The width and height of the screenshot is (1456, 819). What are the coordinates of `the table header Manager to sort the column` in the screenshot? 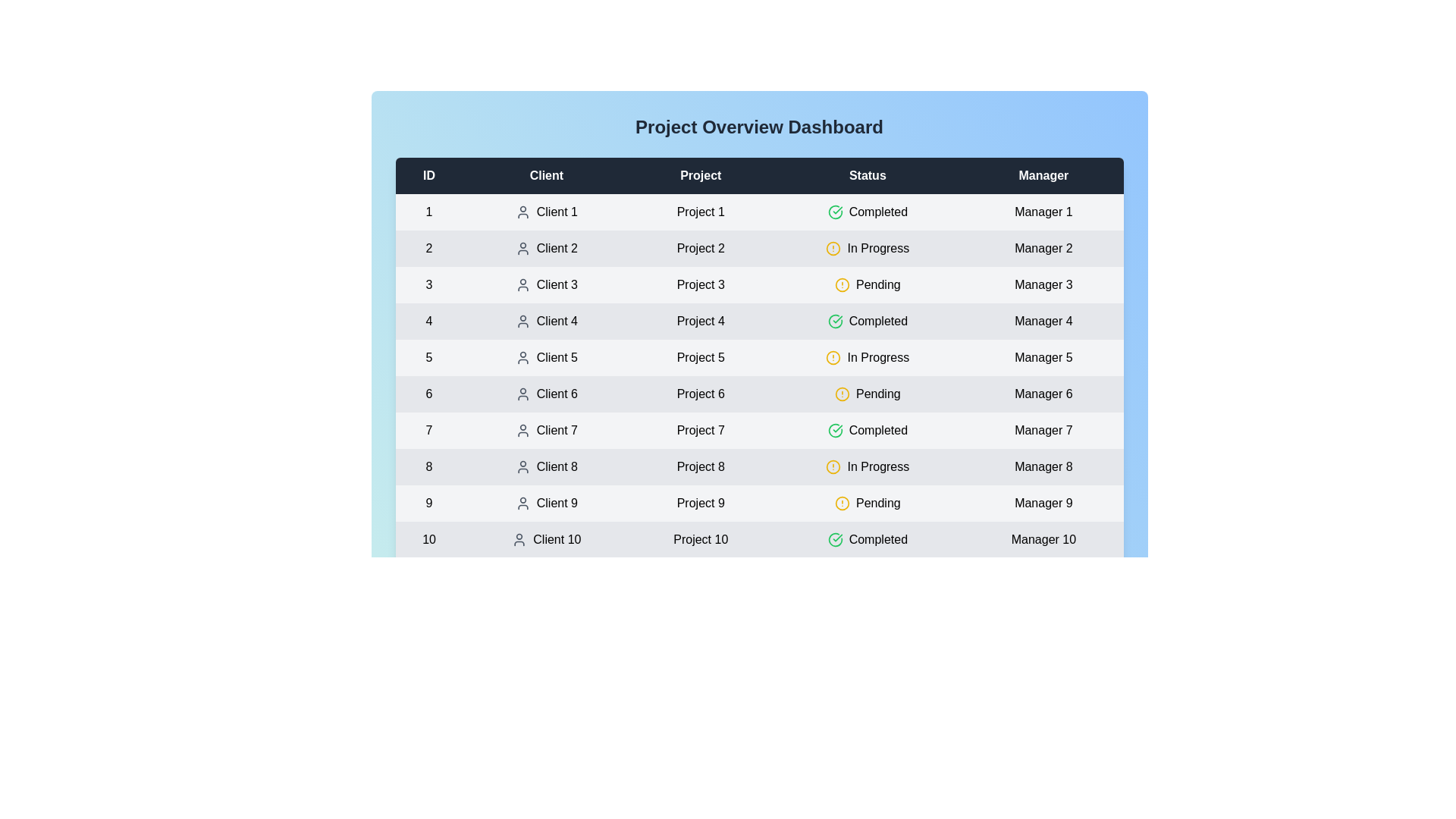 It's located at (1043, 174).